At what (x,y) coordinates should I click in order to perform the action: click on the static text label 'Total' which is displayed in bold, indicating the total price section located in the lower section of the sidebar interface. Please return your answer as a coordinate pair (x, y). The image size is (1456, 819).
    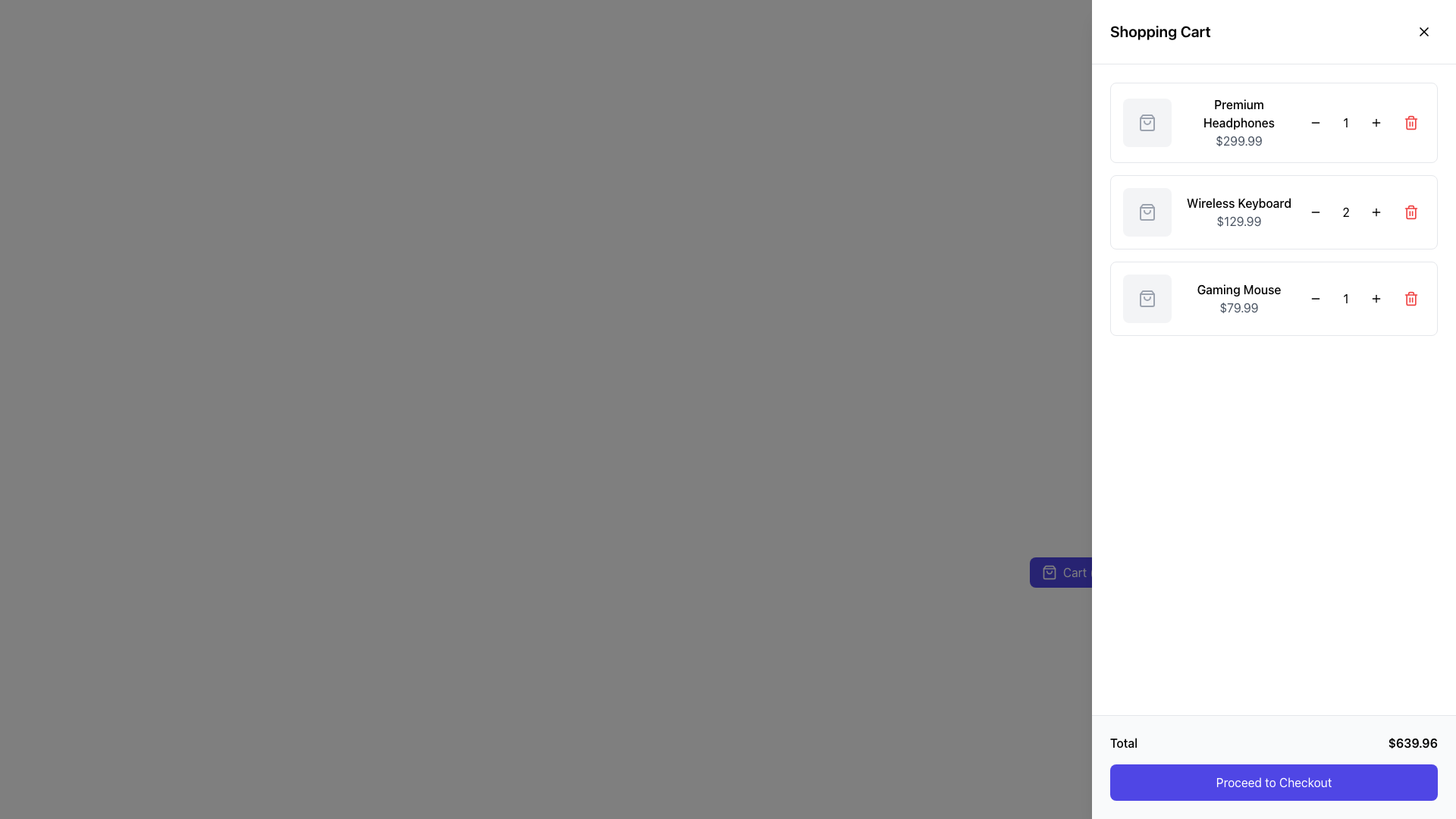
    Looking at the image, I should click on (1124, 742).